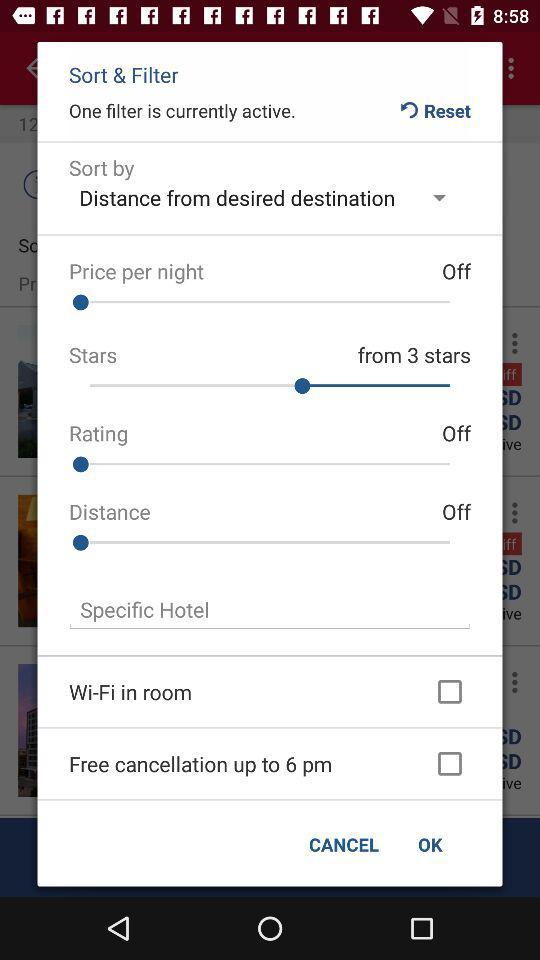 This screenshot has width=540, height=960. Describe the element at coordinates (270, 608) in the screenshot. I see `field to specify hotel` at that location.